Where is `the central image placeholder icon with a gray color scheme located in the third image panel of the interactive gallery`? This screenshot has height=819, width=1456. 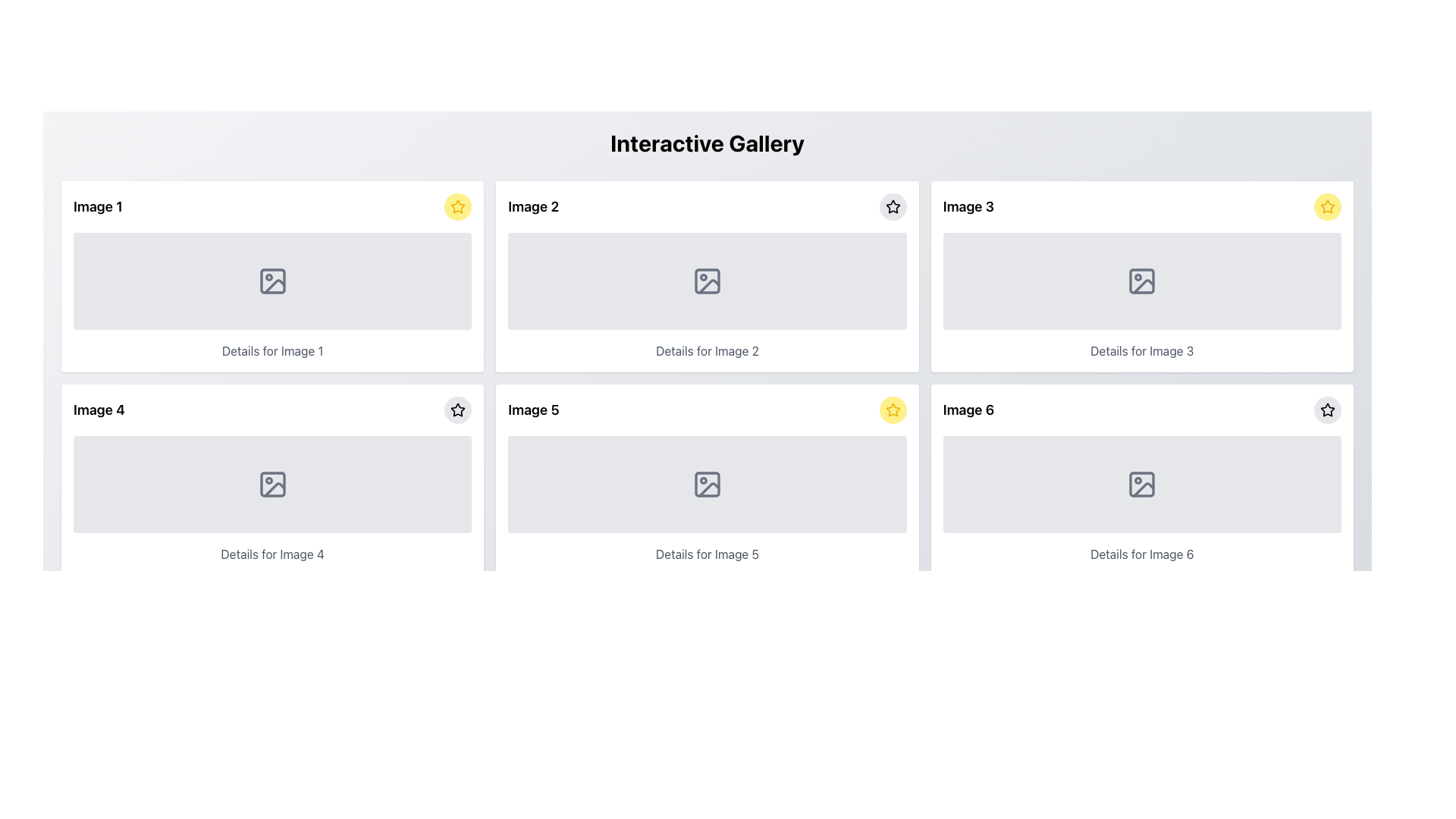 the central image placeholder icon with a gray color scheme located in the third image panel of the interactive gallery is located at coordinates (1142, 281).